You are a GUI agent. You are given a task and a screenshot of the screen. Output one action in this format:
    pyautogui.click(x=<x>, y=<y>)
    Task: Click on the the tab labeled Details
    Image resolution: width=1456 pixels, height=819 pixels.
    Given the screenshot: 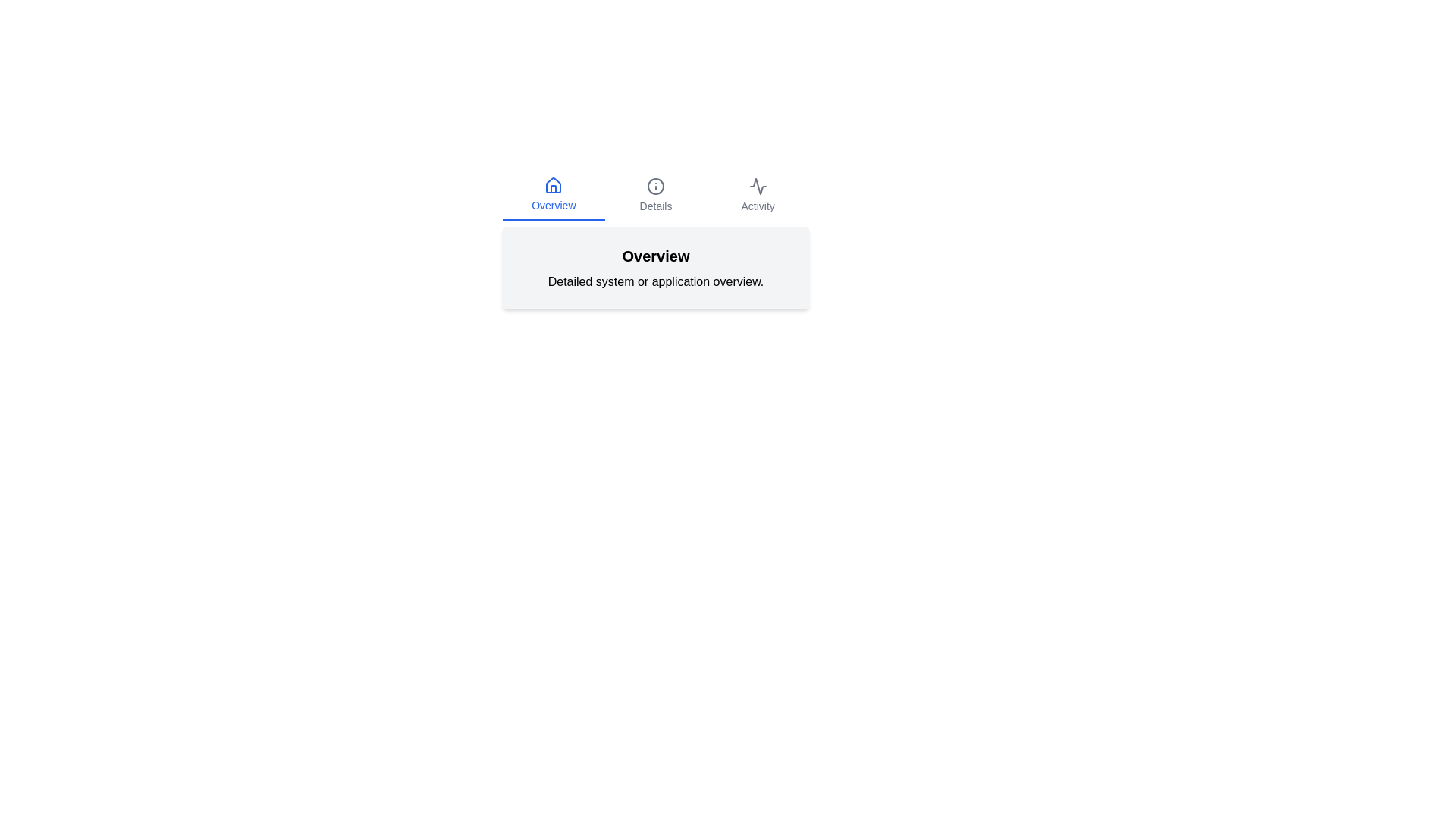 What is the action you would take?
    pyautogui.click(x=655, y=195)
    